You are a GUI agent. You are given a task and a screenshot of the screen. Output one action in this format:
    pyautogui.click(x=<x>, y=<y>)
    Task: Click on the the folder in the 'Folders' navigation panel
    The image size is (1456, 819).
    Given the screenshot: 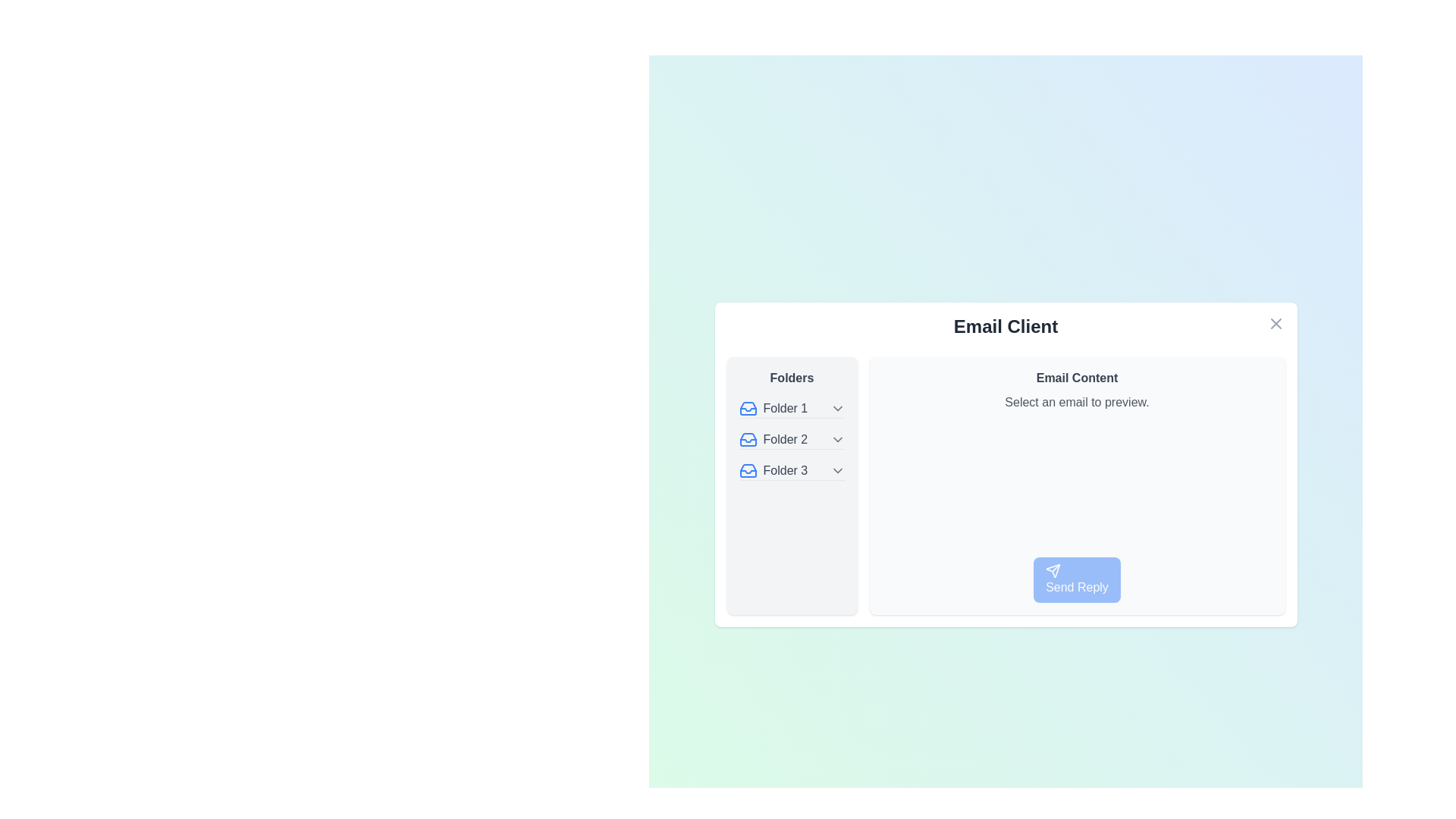 What is the action you would take?
    pyautogui.click(x=791, y=485)
    